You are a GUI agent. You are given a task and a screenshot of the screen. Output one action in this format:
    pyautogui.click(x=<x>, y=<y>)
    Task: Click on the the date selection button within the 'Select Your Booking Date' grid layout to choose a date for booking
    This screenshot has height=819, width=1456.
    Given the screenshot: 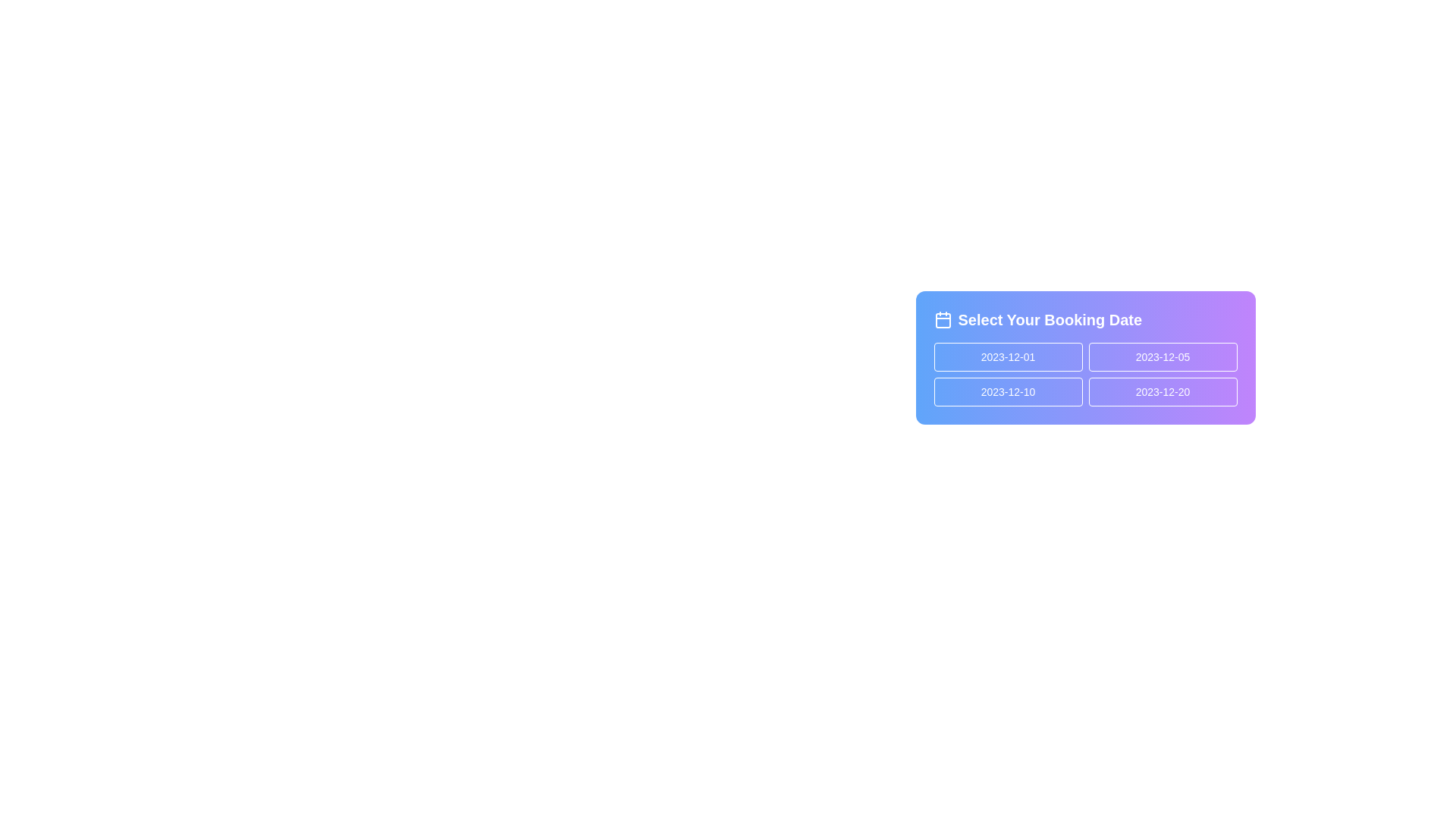 What is the action you would take?
    pyautogui.click(x=1084, y=374)
    